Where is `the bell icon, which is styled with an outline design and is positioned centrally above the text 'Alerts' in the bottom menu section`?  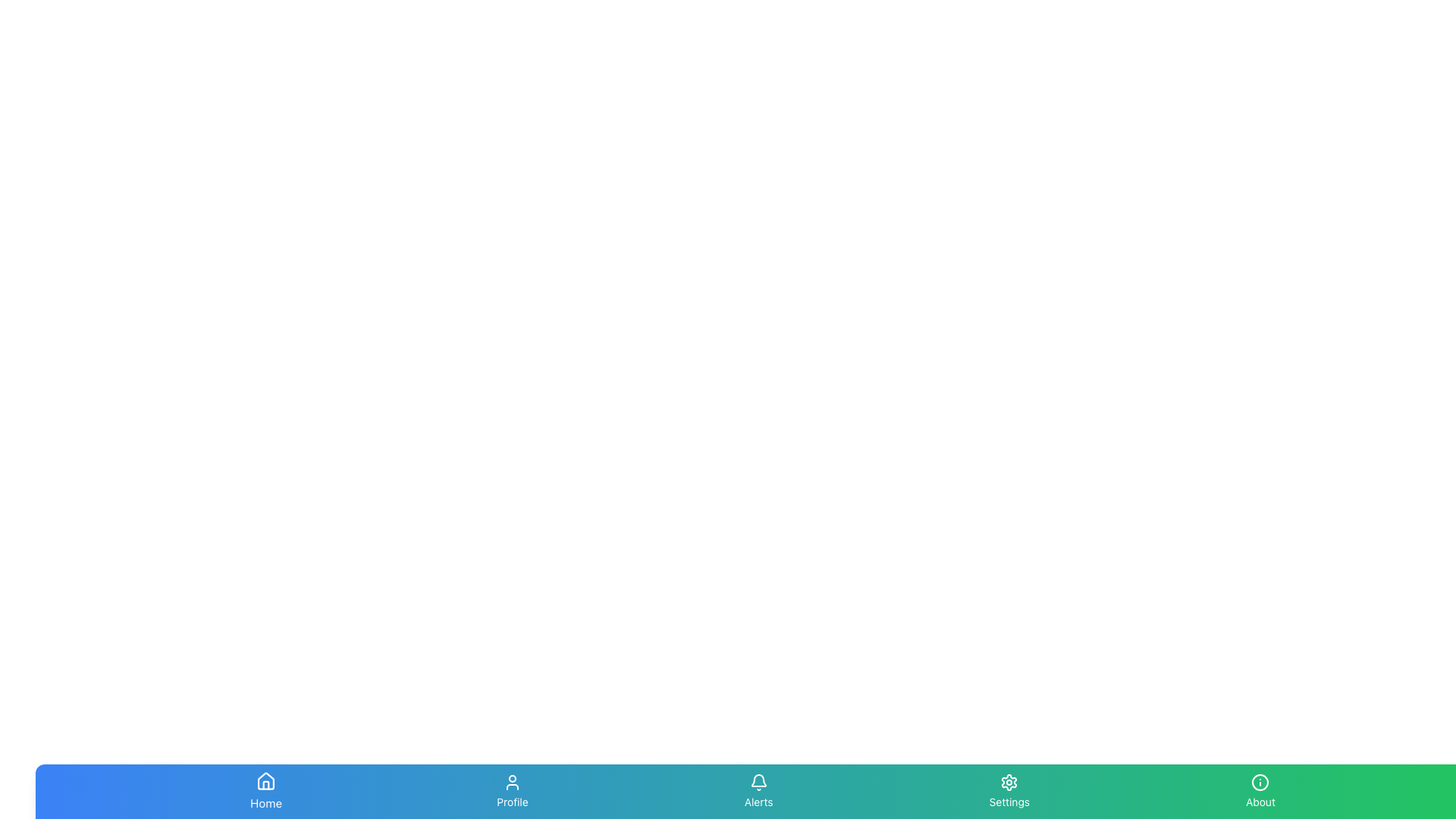 the bell icon, which is styled with an outline design and is positioned centrally above the text 'Alerts' in the bottom menu section is located at coordinates (758, 783).